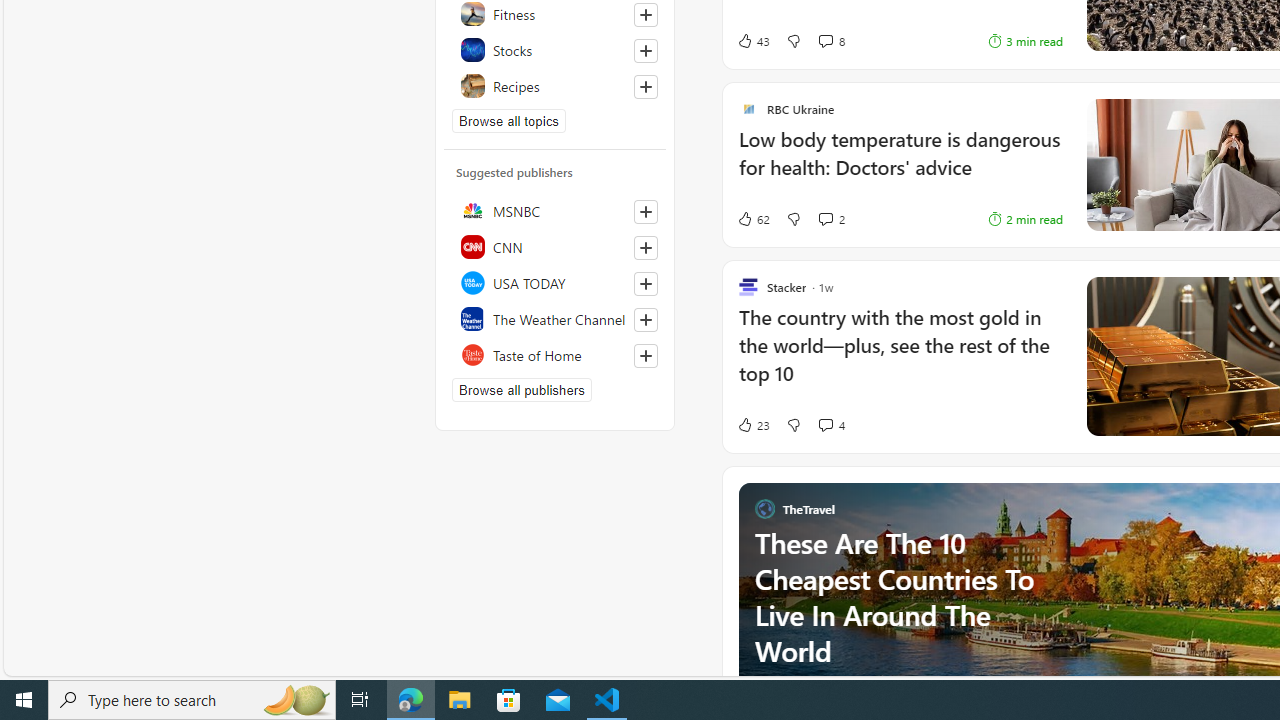 This screenshot has width=1280, height=720. Describe the element at coordinates (830, 41) in the screenshot. I see `'View comments 8 Comment'` at that location.